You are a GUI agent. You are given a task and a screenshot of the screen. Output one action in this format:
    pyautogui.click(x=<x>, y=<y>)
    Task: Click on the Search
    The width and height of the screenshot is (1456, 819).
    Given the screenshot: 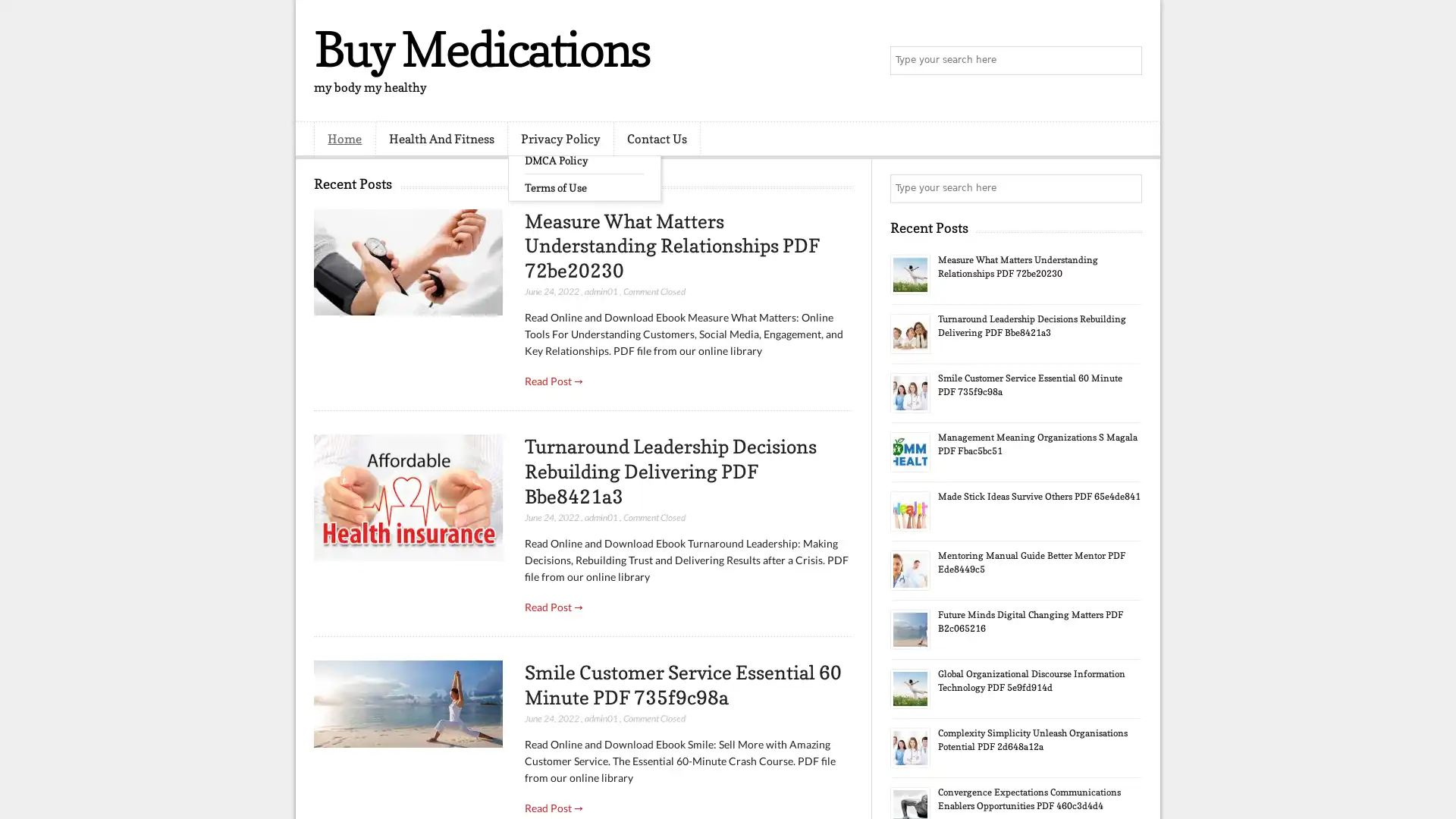 What is the action you would take?
    pyautogui.click(x=1126, y=188)
    